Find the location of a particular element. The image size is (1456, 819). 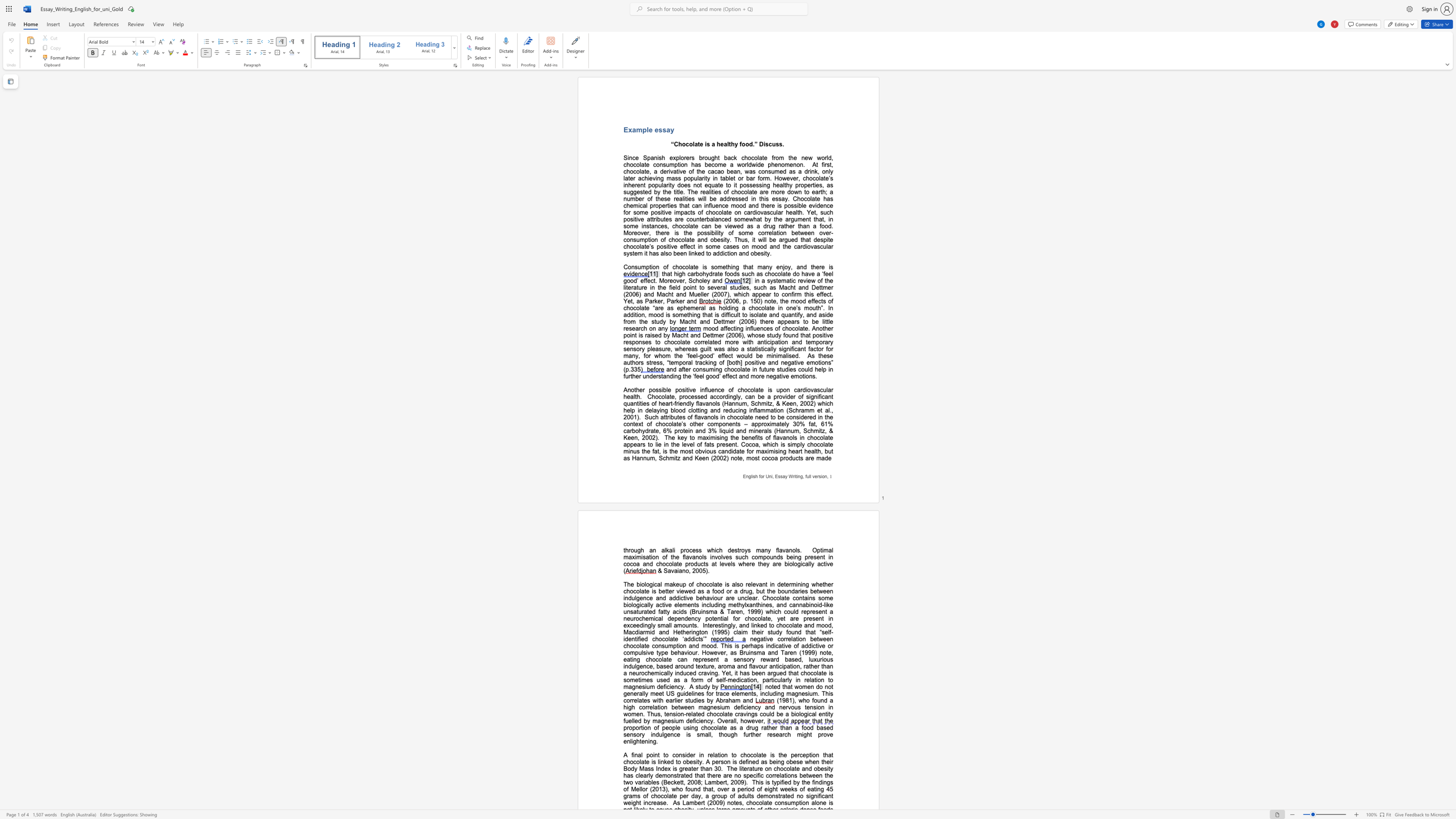

the subset text "en link" within the text "the argument that, in some instances, chocolate can be viewed as a drug rather than a food. Moreover, there is the possibility of some correlation between over-consumption of chocolate and obesity. Thus, it will be argued that despite chocolate’s positive effect in some cases on mood and the cardiovascular system it has also been linked to addiction and obesity." is located at coordinates (680, 253).